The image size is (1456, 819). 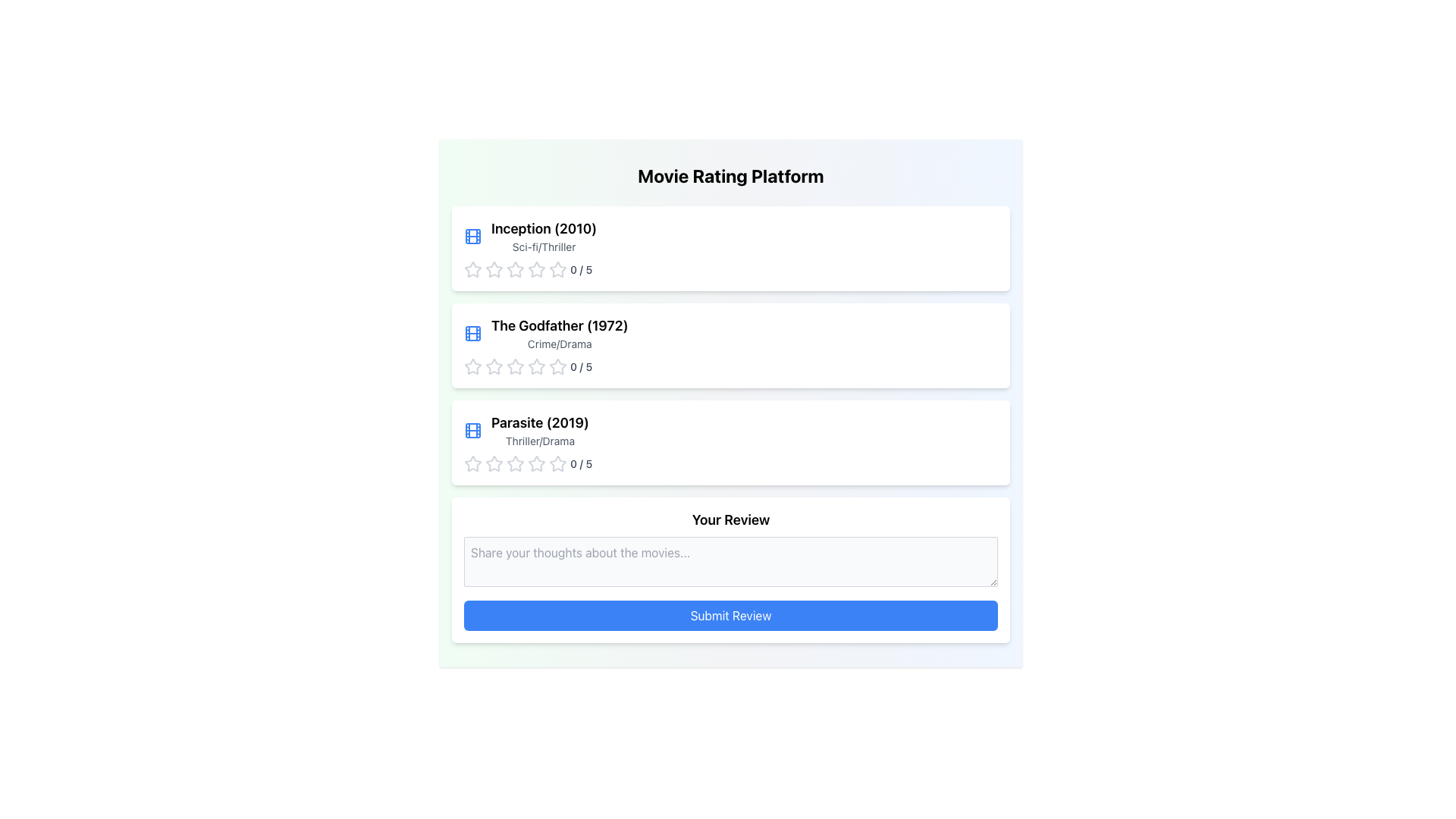 What do you see at coordinates (557, 366) in the screenshot?
I see `the second star-shaped rating button to rate 'The Godfather (1972)' in the movie entry` at bounding box center [557, 366].